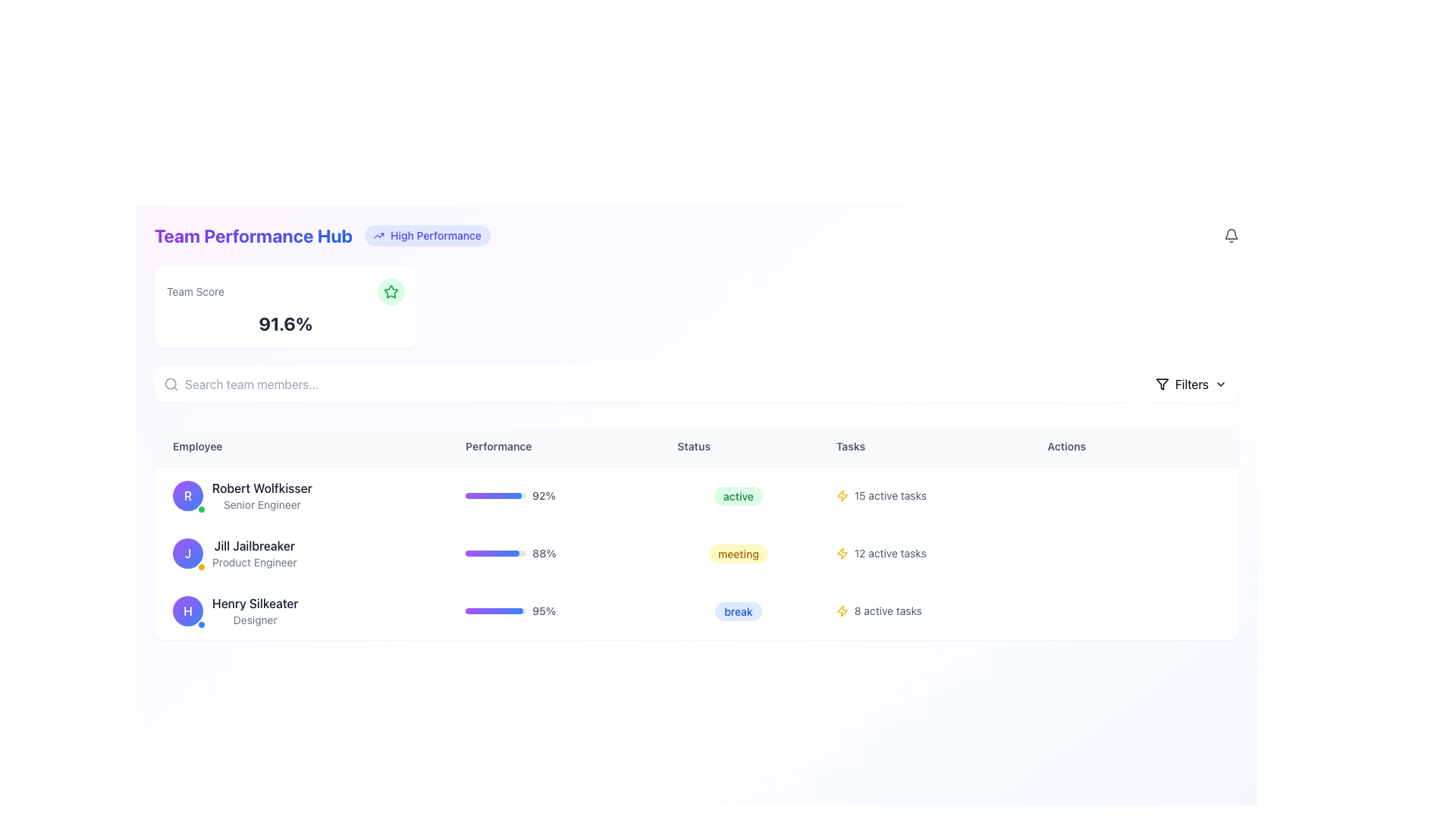 This screenshot has width=1456, height=819. Describe the element at coordinates (552, 553) in the screenshot. I see `the progress bar displaying '88%' for Jill Jailbreaker` at that location.